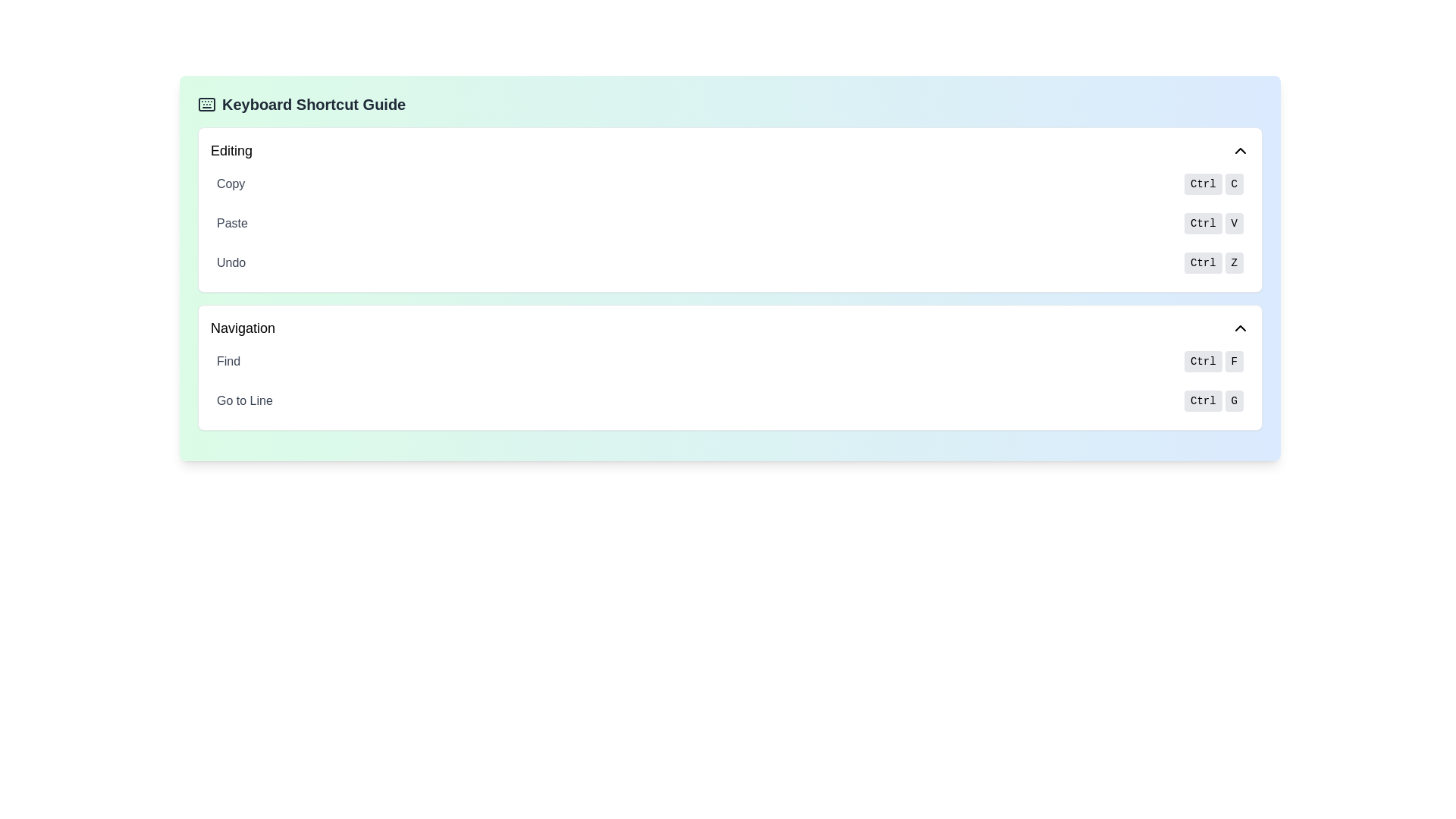  What do you see at coordinates (1213, 262) in the screenshot?
I see `the 'Ctrl' button of the Keyboard Shortcut Display Indicator for the 'Undo' action in the 'Editing' category` at bounding box center [1213, 262].